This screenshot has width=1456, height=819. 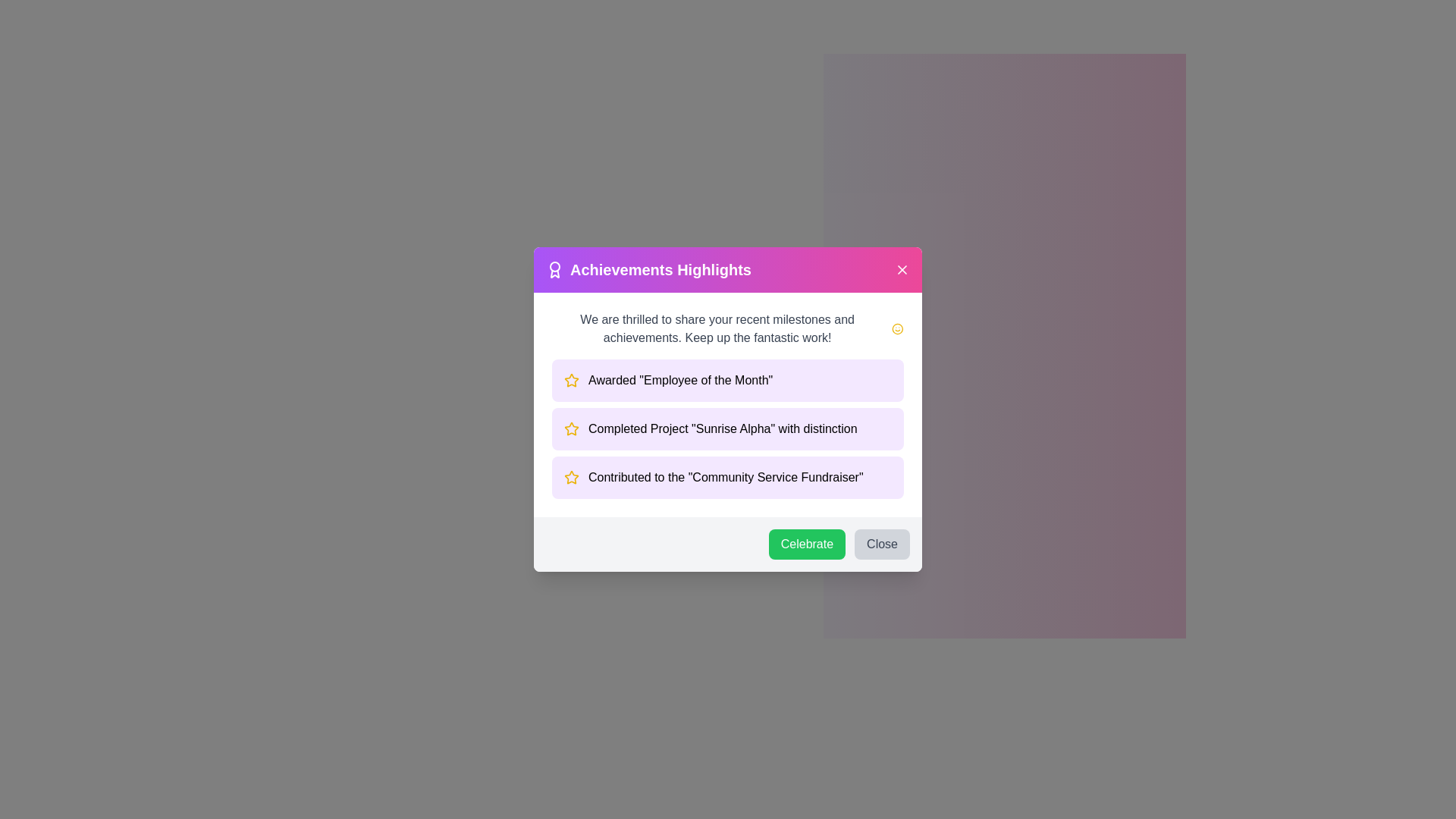 I want to click on the 'Celebrate' button located at the bottom-right corner of the modal dialog box, immediately to the left of the grey 'Close' button, so click(x=806, y=543).